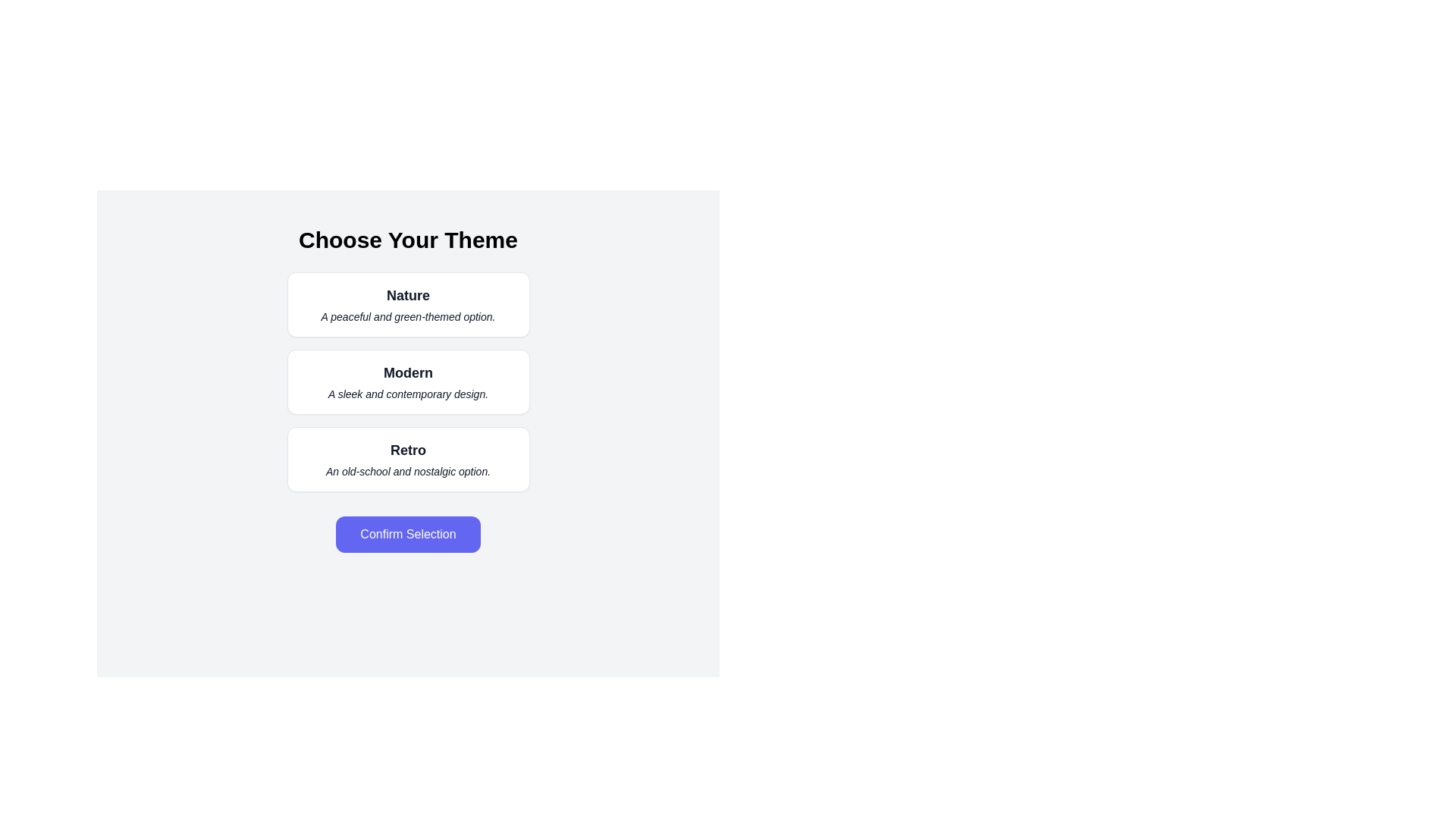 The width and height of the screenshot is (1456, 819). Describe the element at coordinates (408, 534) in the screenshot. I see `the confirmation button located directly below the options 'Nature,' 'Modern,' and 'Retro' to finalize the user's choice` at that location.